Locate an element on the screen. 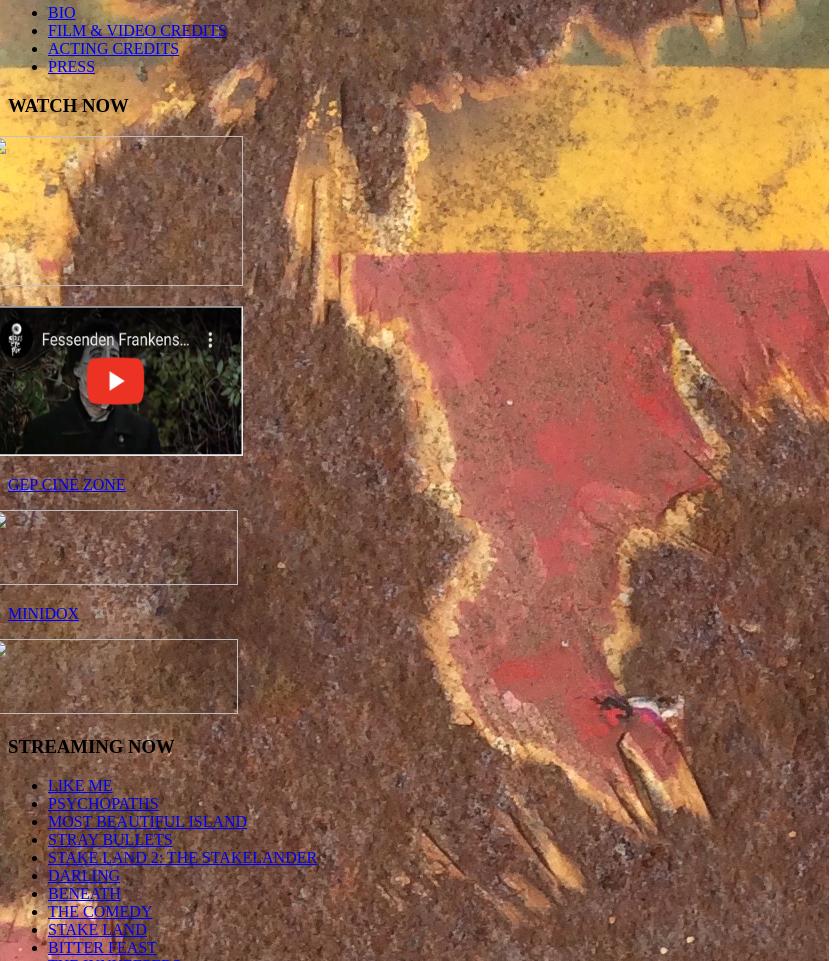  'MOST BEAUTIFUL ISLAND' is located at coordinates (147, 821).